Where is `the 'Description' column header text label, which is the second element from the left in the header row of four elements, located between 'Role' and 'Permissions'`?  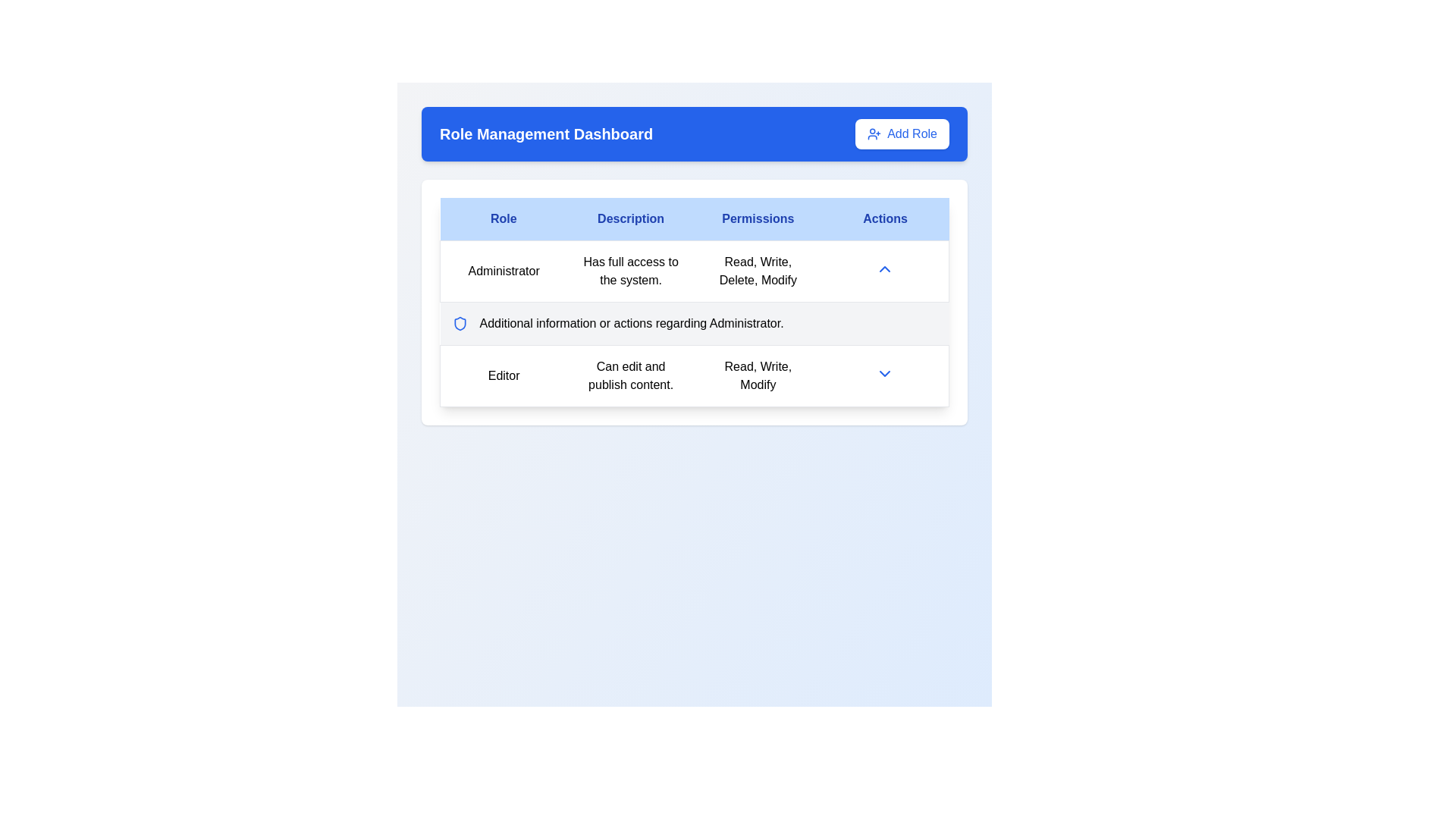 the 'Description' column header text label, which is the second element from the left in the header row of four elements, located between 'Role' and 'Permissions' is located at coordinates (631, 219).